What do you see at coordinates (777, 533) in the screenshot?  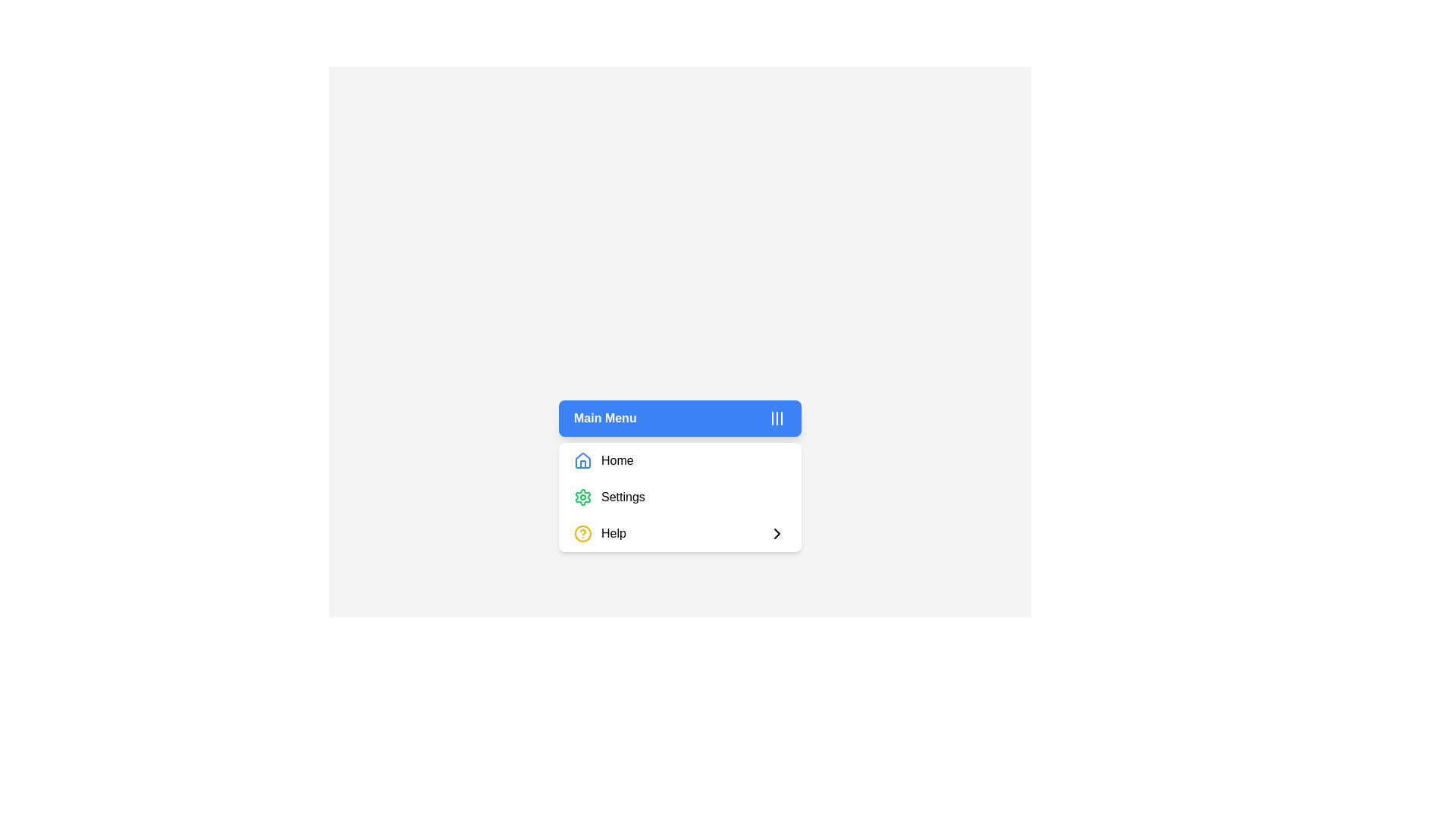 I see `the SVG Chevron icon located to the right of the 'Help' text in the dropdown menu, which indicates a nested menu or additional details` at bounding box center [777, 533].